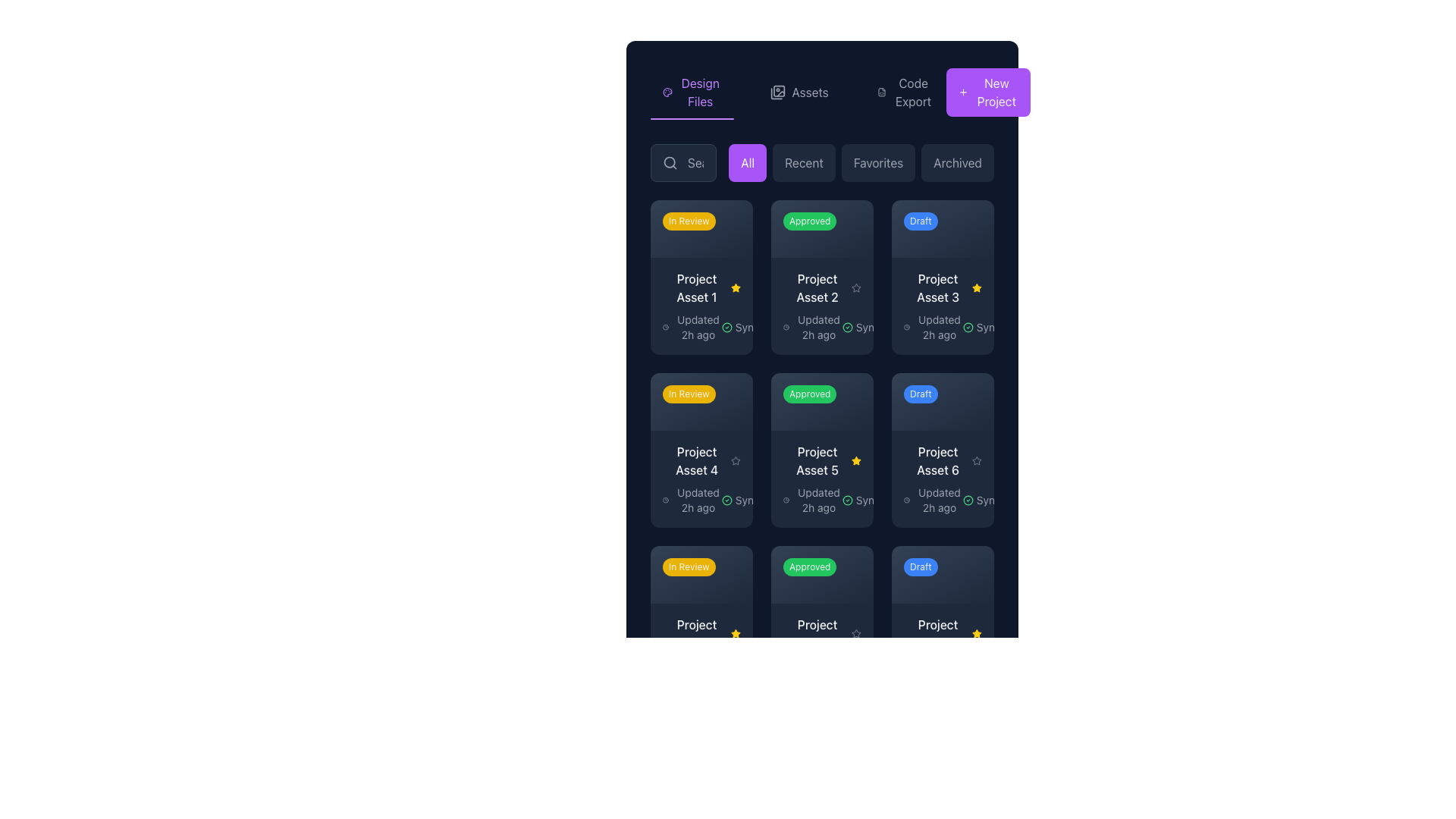 This screenshot has height=819, width=1456. I want to click on the text label 'Updated 2h ago' with the accompanying clock icon, located in the bottom-left region of the card labeled 'Project Asset 1', so click(691, 326).